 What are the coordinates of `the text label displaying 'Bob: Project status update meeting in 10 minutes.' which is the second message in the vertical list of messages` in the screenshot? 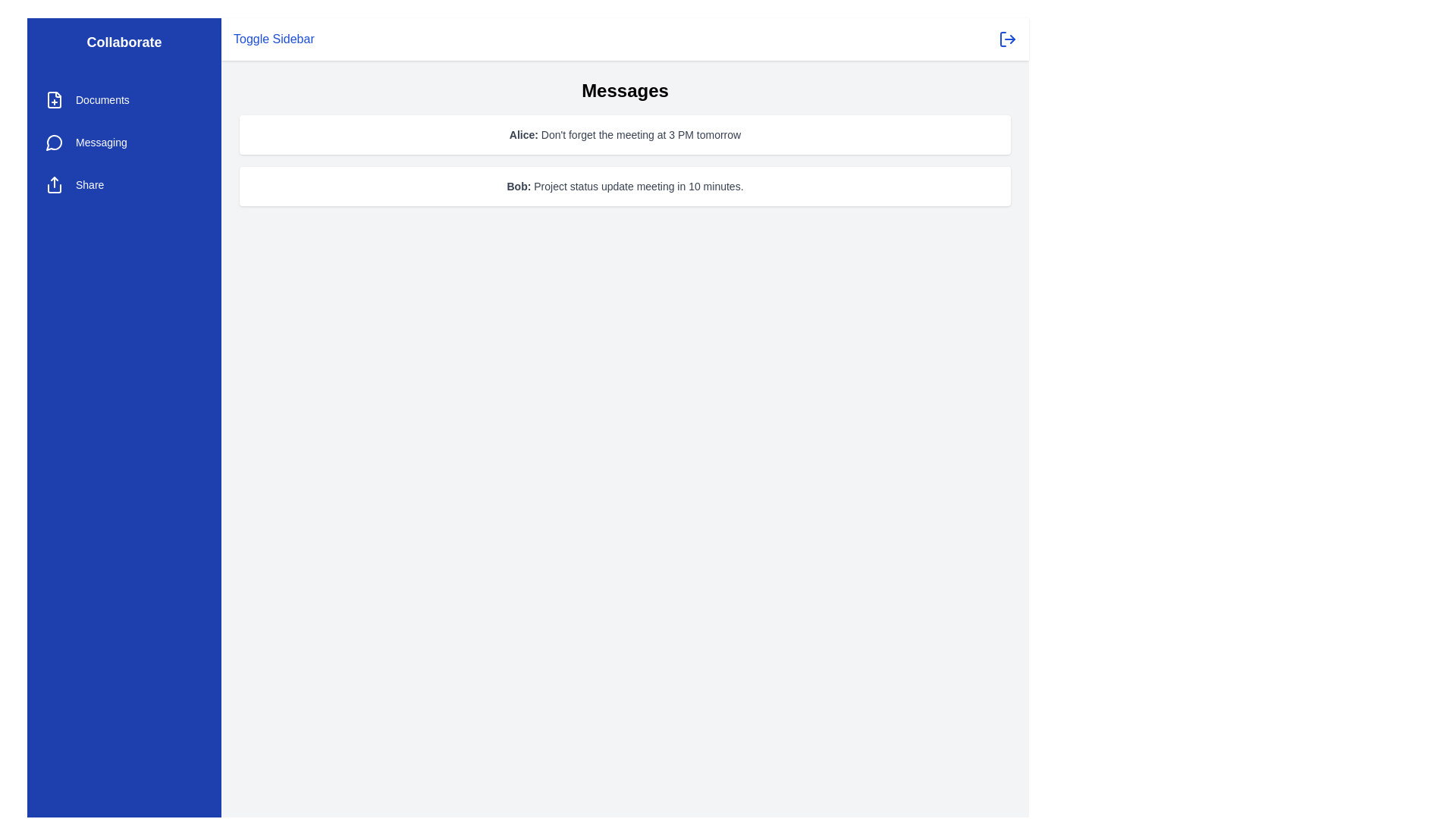 It's located at (625, 186).